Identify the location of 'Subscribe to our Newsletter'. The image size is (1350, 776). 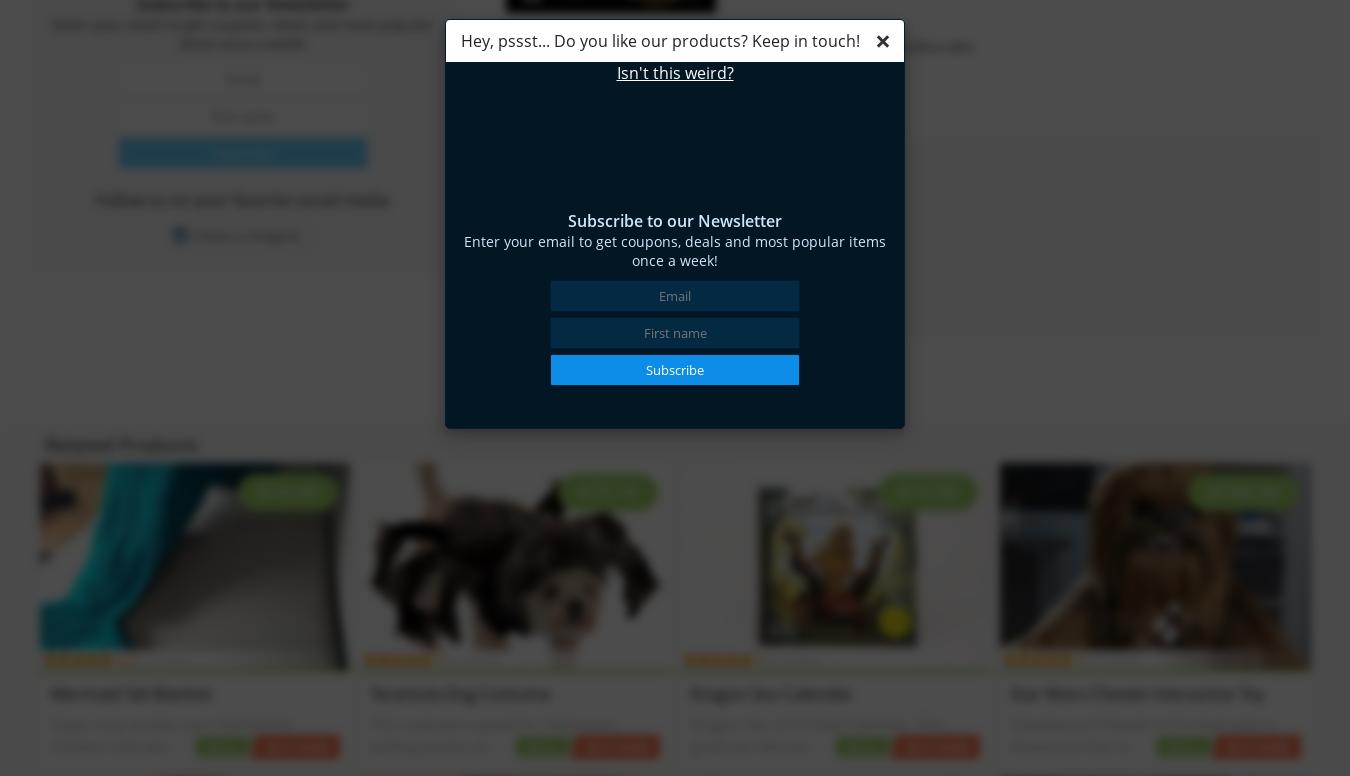
(567, 221).